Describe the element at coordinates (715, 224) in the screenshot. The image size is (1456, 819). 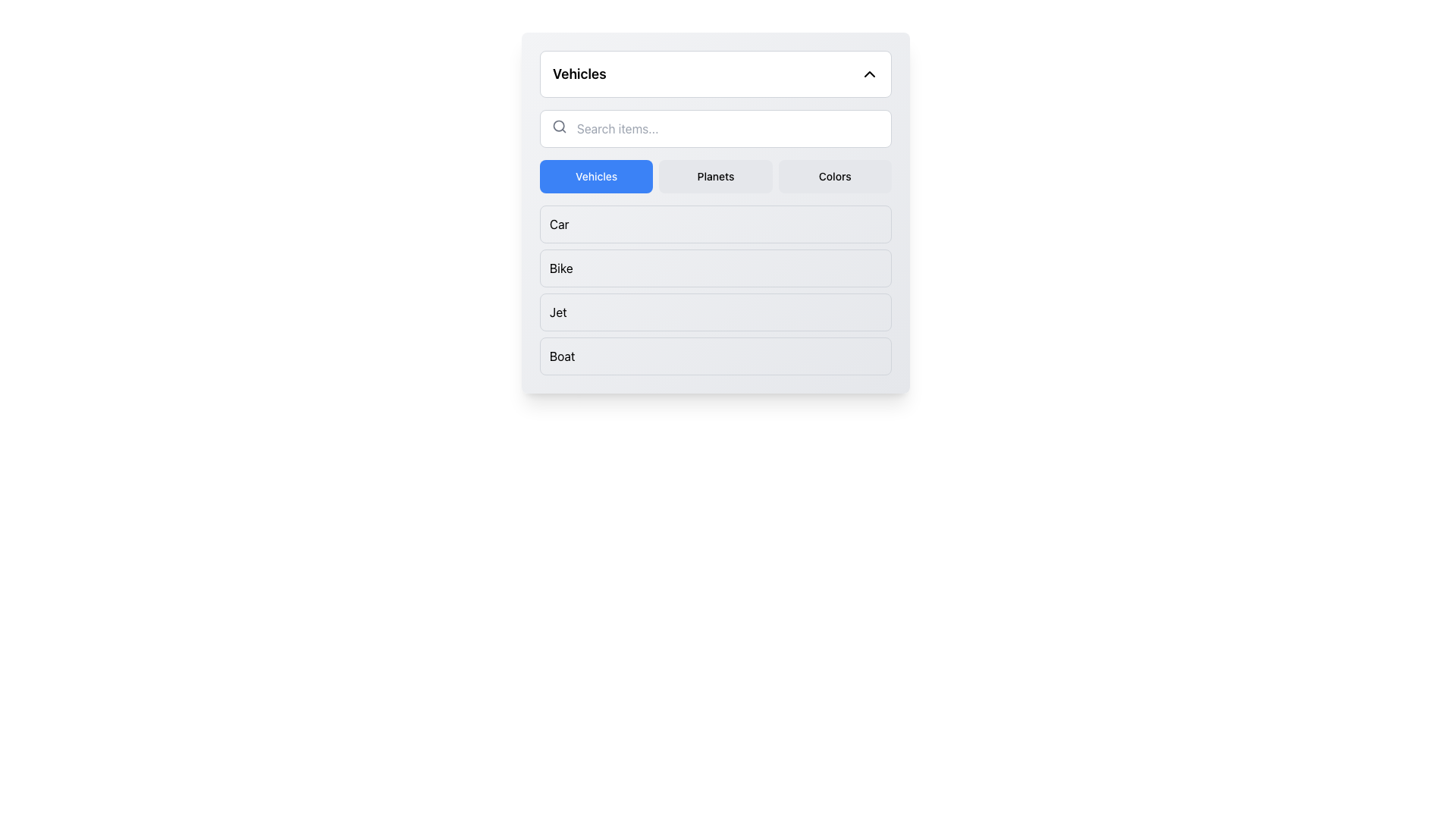
I see `the button-like selectable panel` at that location.